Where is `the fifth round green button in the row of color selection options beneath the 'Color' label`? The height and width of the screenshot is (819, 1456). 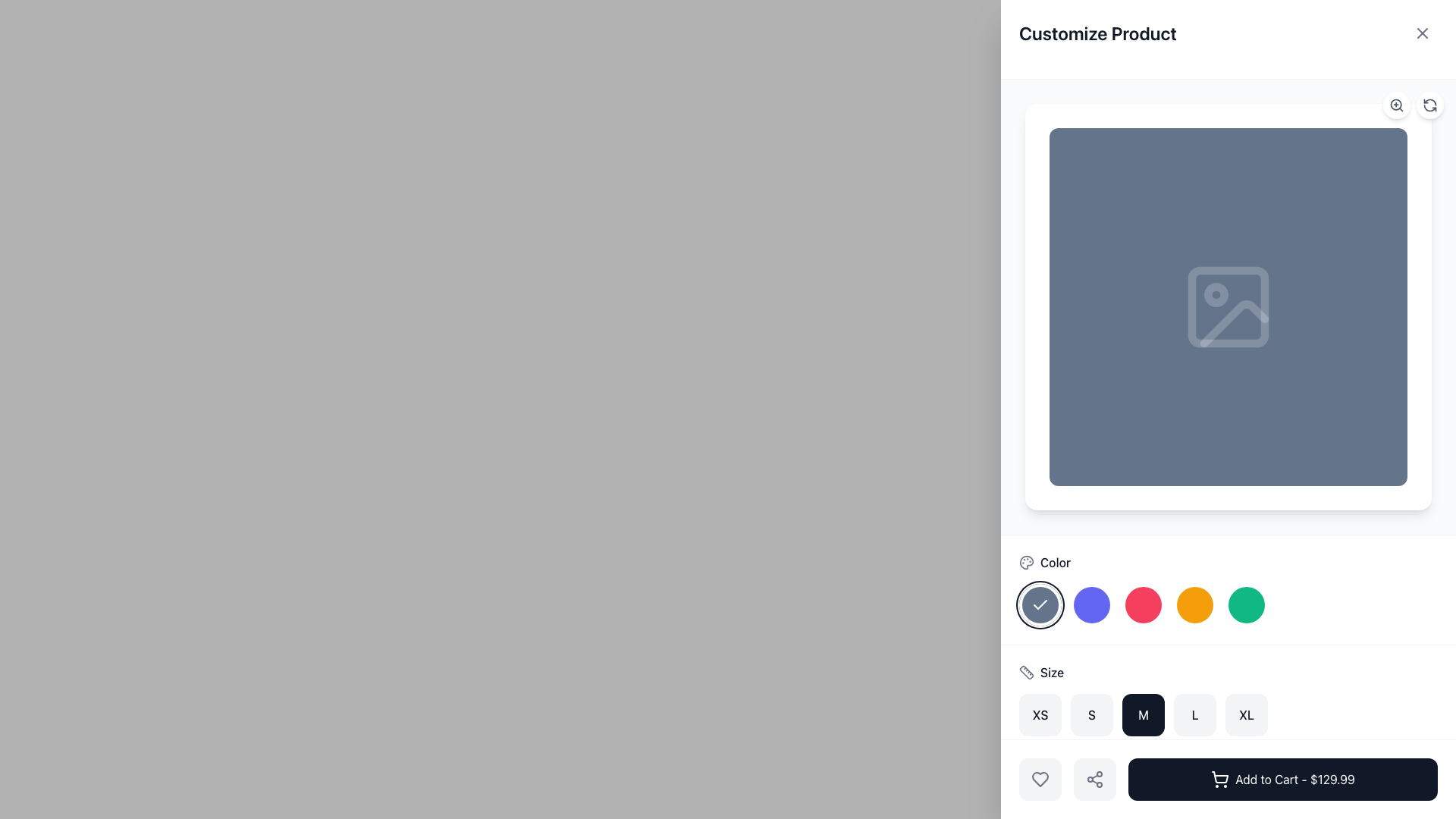
the fifth round green button in the row of color selection options beneath the 'Color' label is located at coordinates (1228, 604).